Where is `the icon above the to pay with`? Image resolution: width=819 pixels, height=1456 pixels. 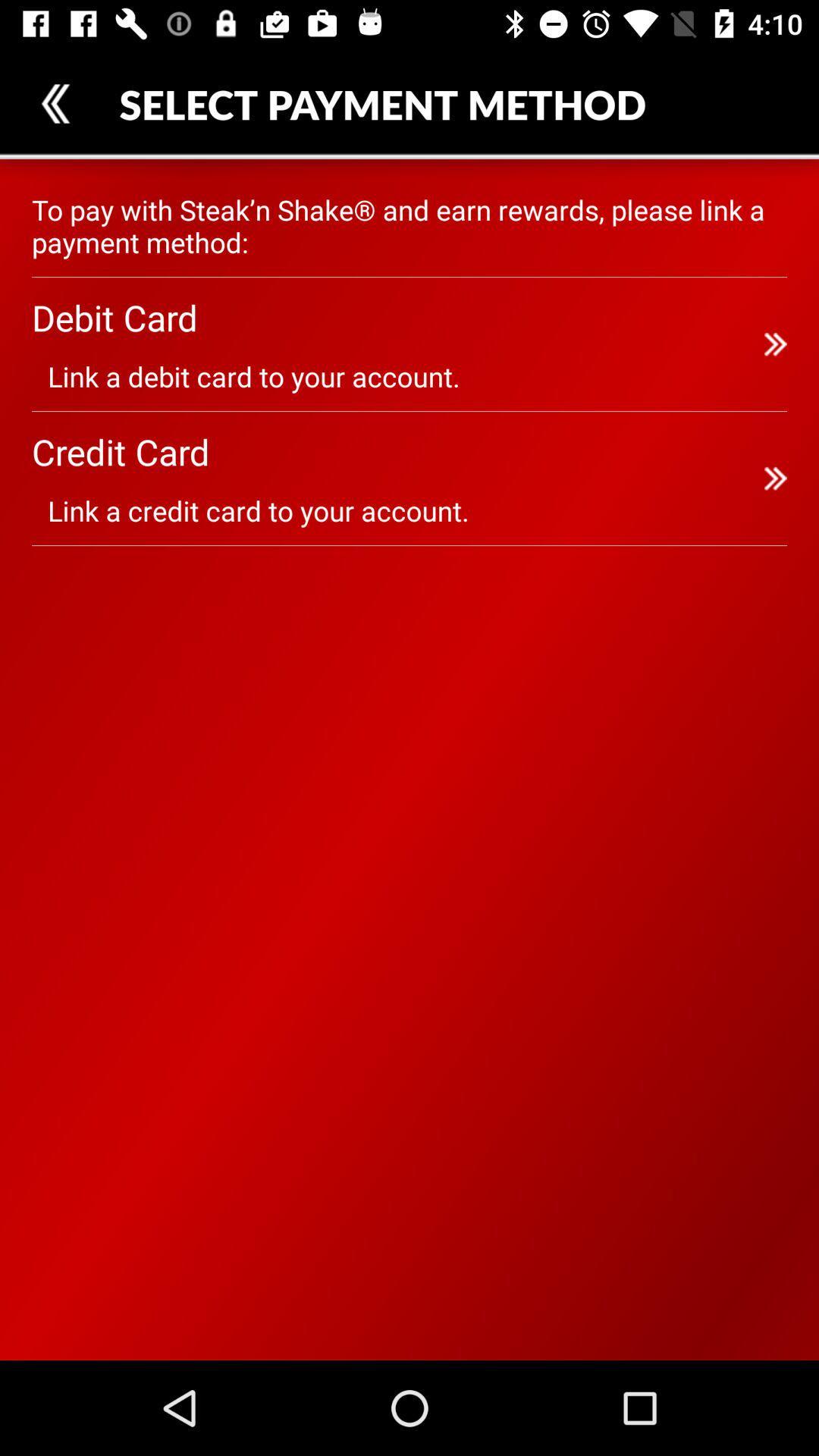
the icon above the to pay with is located at coordinates (55, 102).